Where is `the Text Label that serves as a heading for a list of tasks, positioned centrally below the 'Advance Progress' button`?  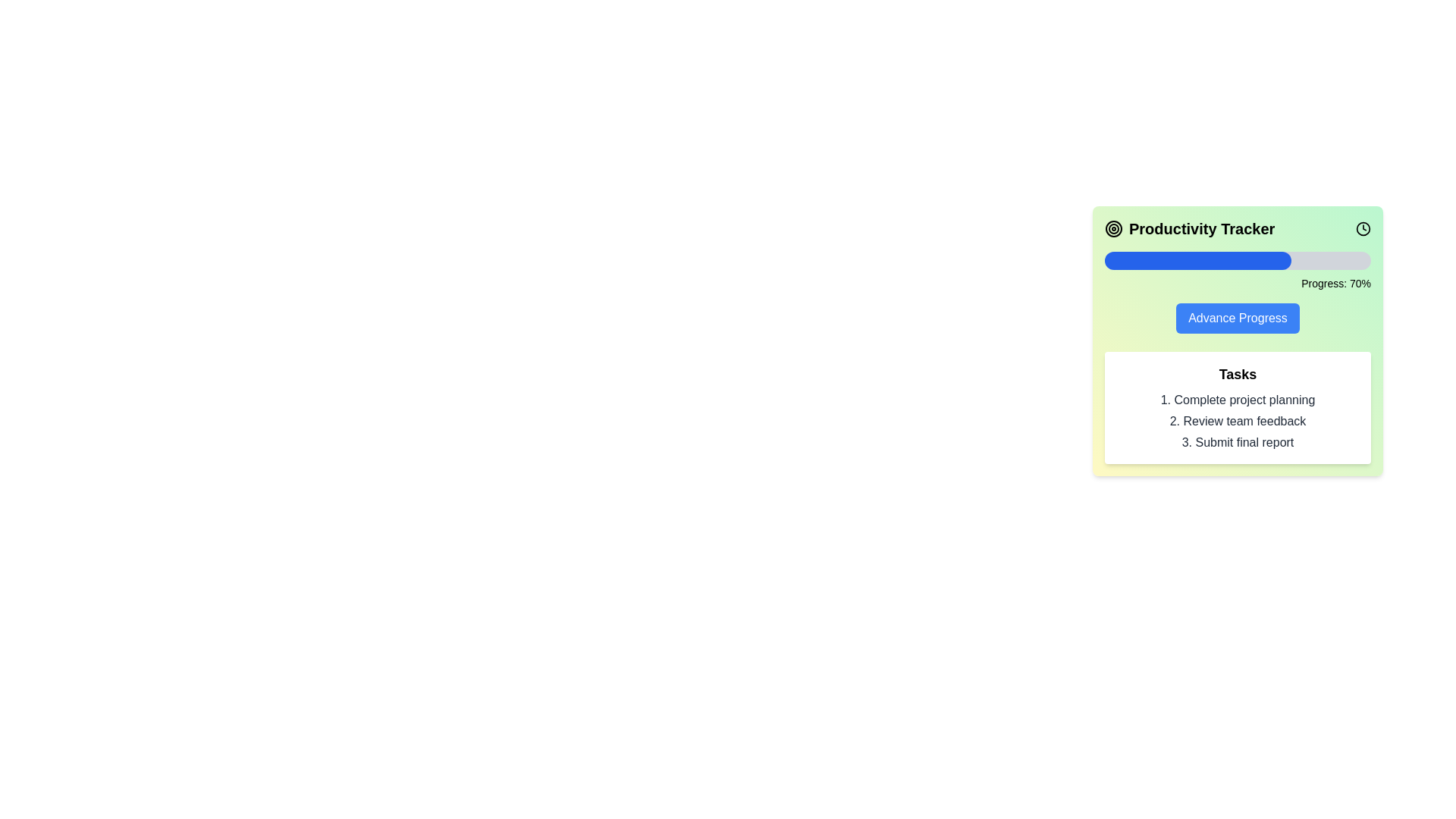 the Text Label that serves as a heading for a list of tasks, positioned centrally below the 'Advance Progress' button is located at coordinates (1238, 374).